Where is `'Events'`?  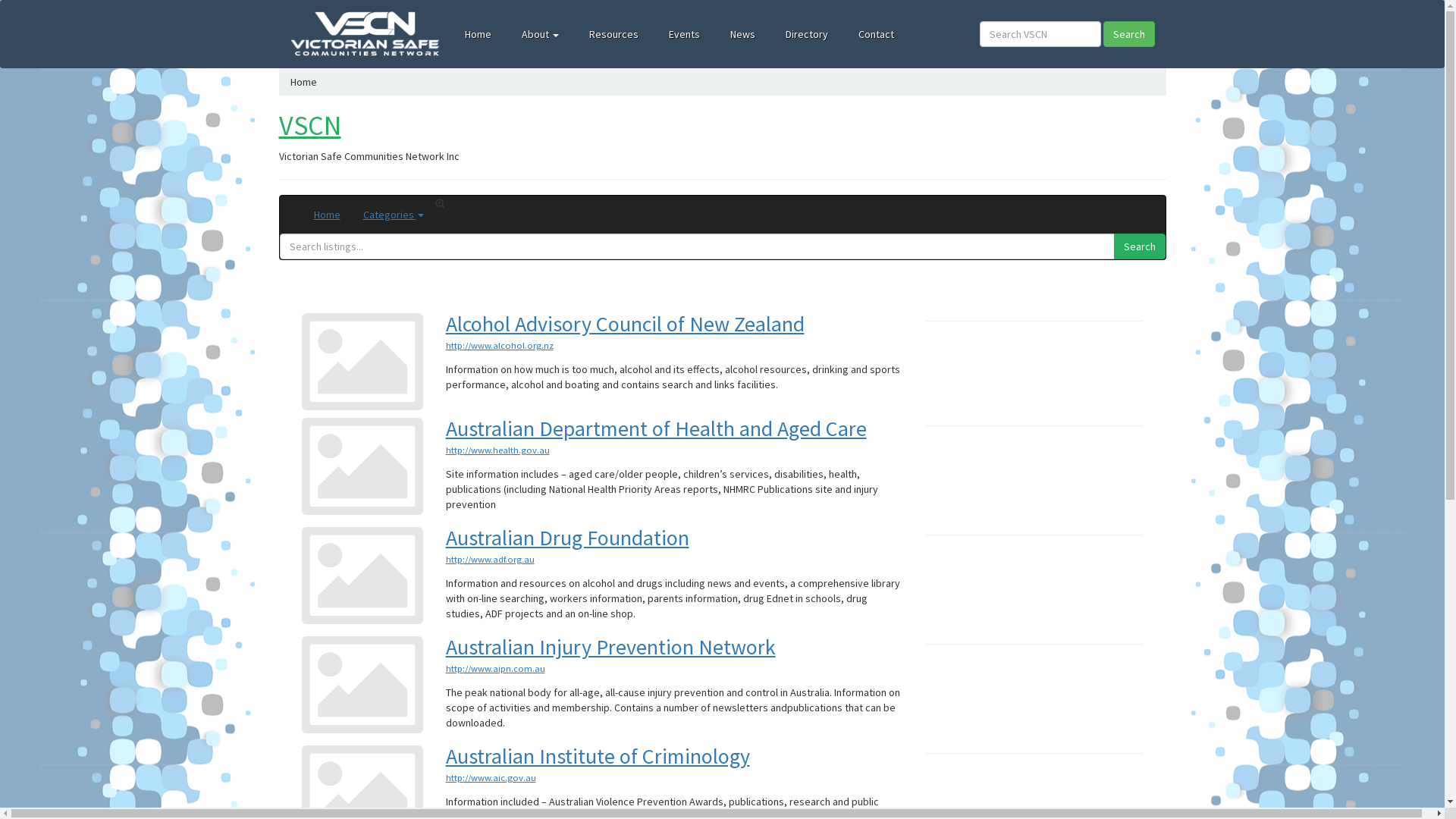
'Events' is located at coordinates (683, 34).